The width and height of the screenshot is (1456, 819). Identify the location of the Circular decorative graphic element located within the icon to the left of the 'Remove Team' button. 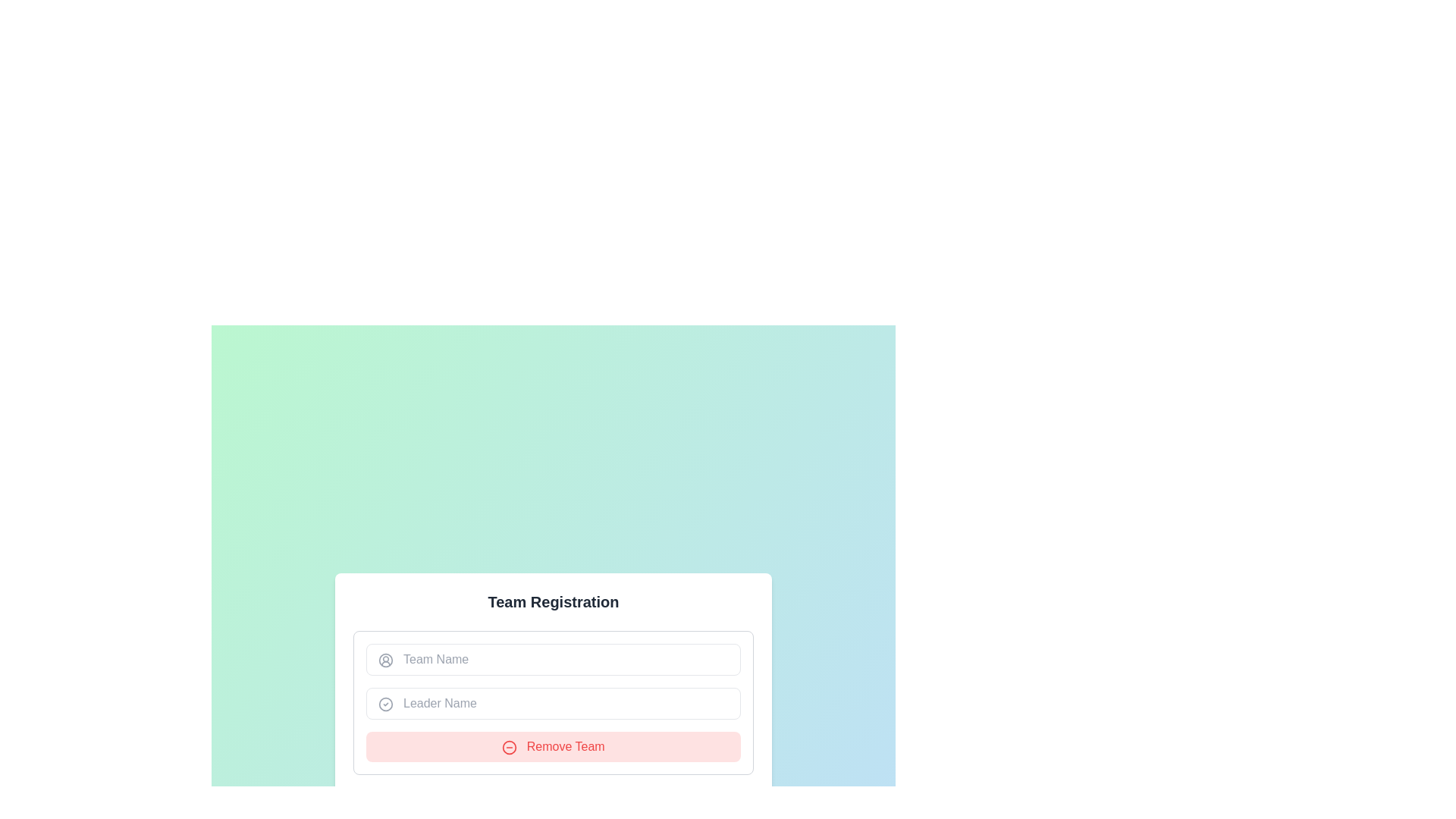
(510, 746).